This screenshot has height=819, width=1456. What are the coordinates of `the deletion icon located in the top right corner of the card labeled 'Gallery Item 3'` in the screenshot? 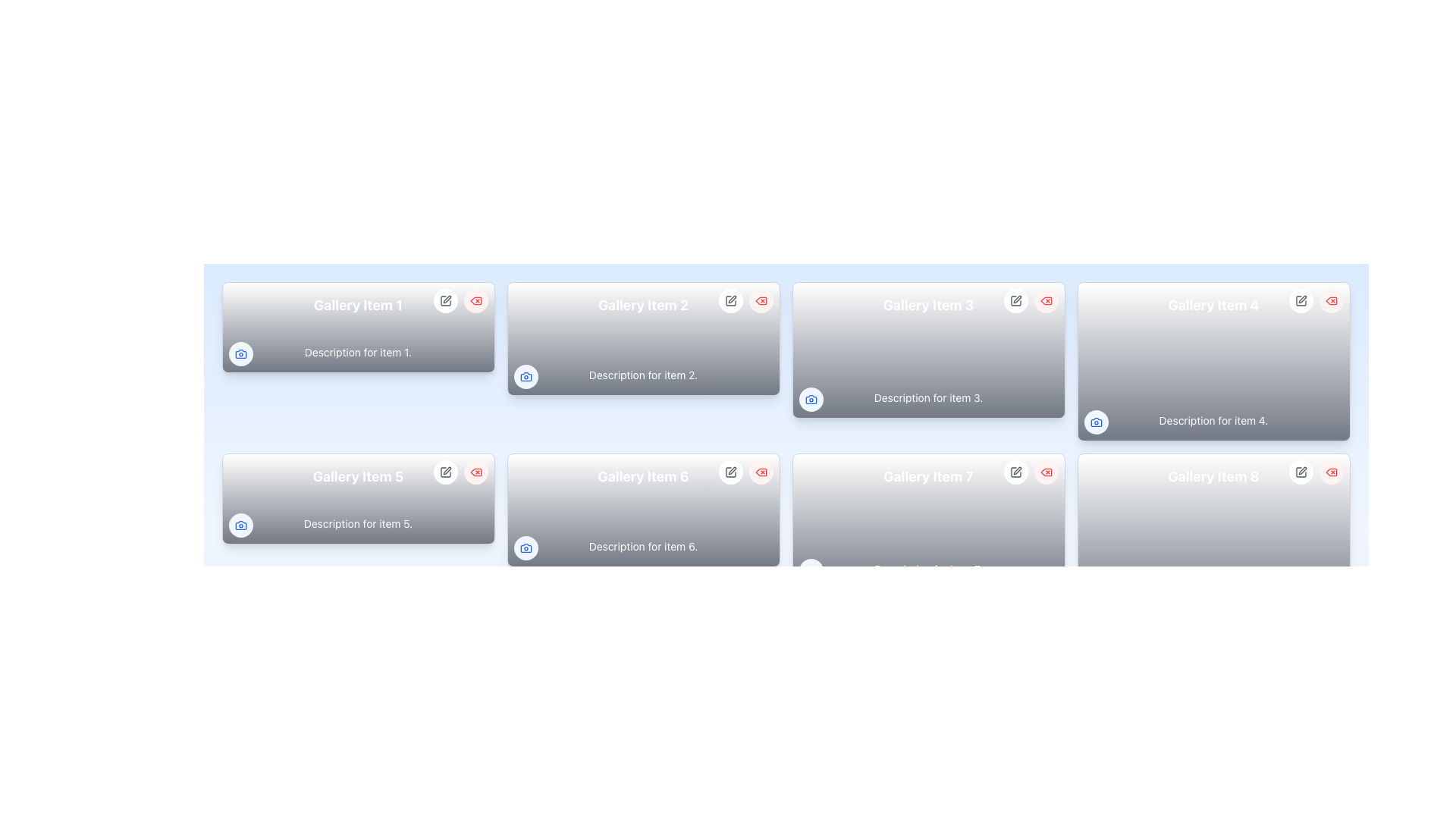 It's located at (1045, 301).